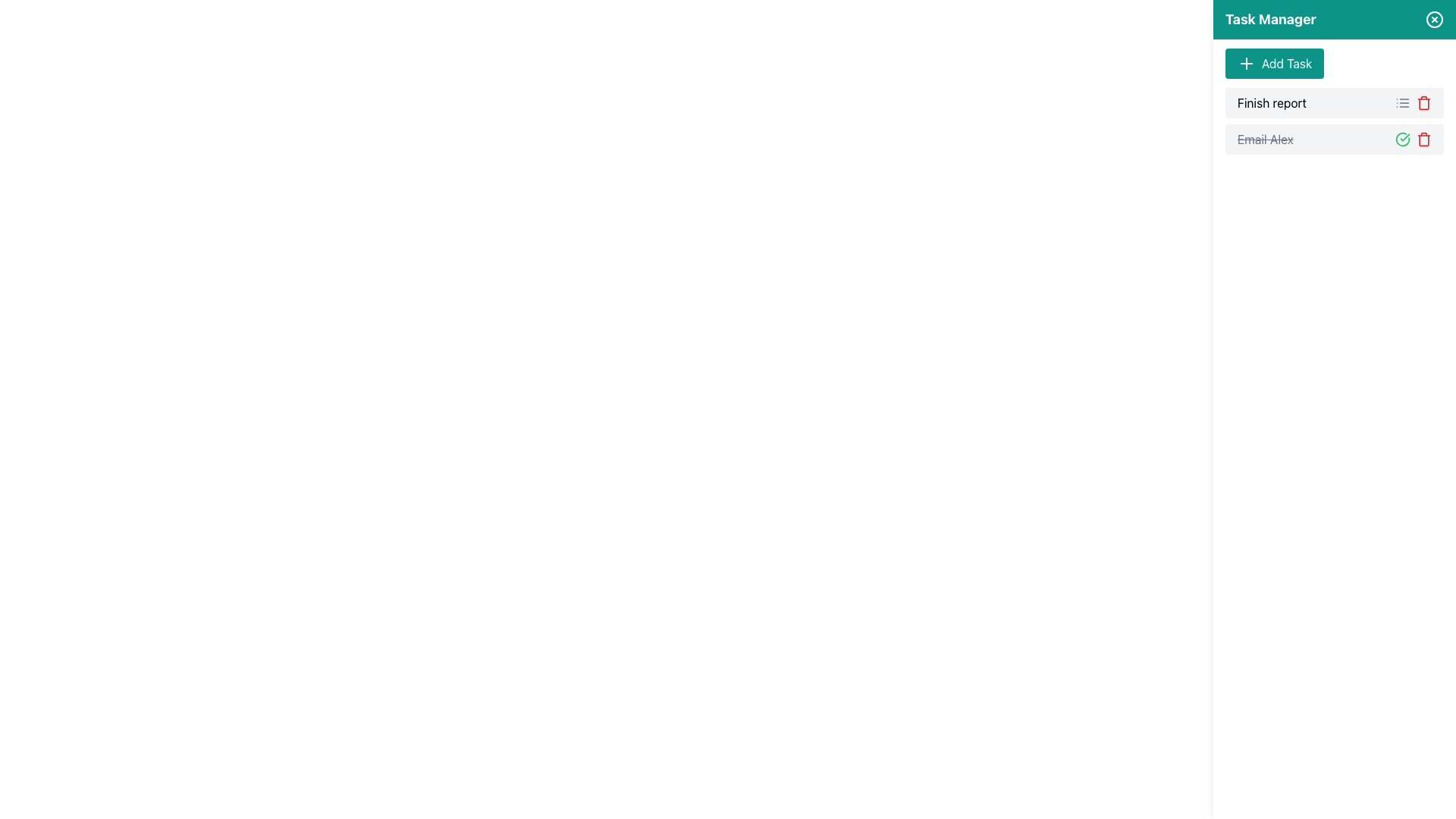  Describe the element at coordinates (1423, 103) in the screenshot. I see `the central vertical rectangular segment of the red trash icon located to the right of the 'Finish report' list item in the task management interface` at that location.